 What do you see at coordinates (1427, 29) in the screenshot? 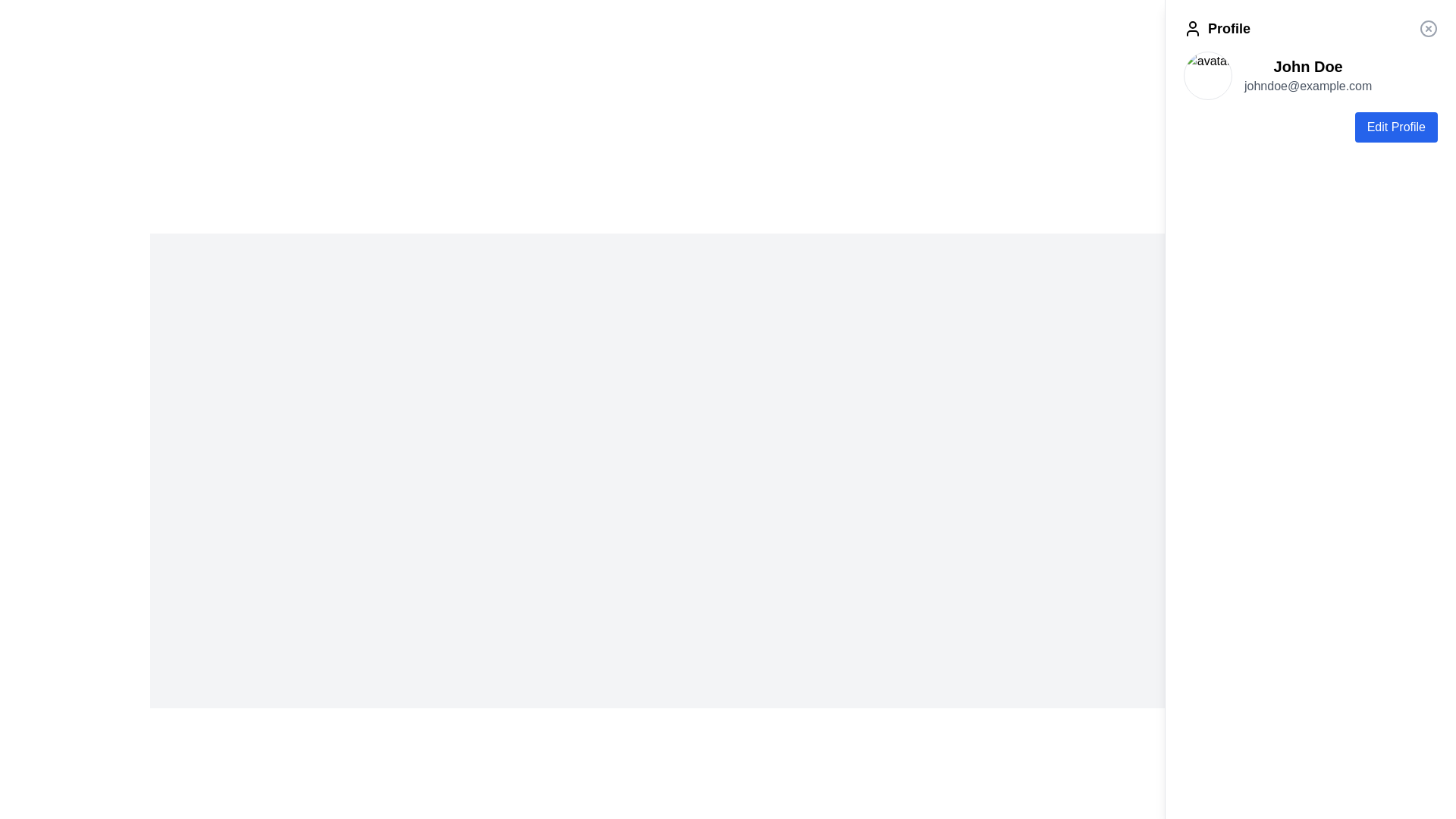
I see `the central circular element of the close button located at the top-right corner of the user interface, which is visually represented as a circle within a larger circle that has a cross inside` at bounding box center [1427, 29].